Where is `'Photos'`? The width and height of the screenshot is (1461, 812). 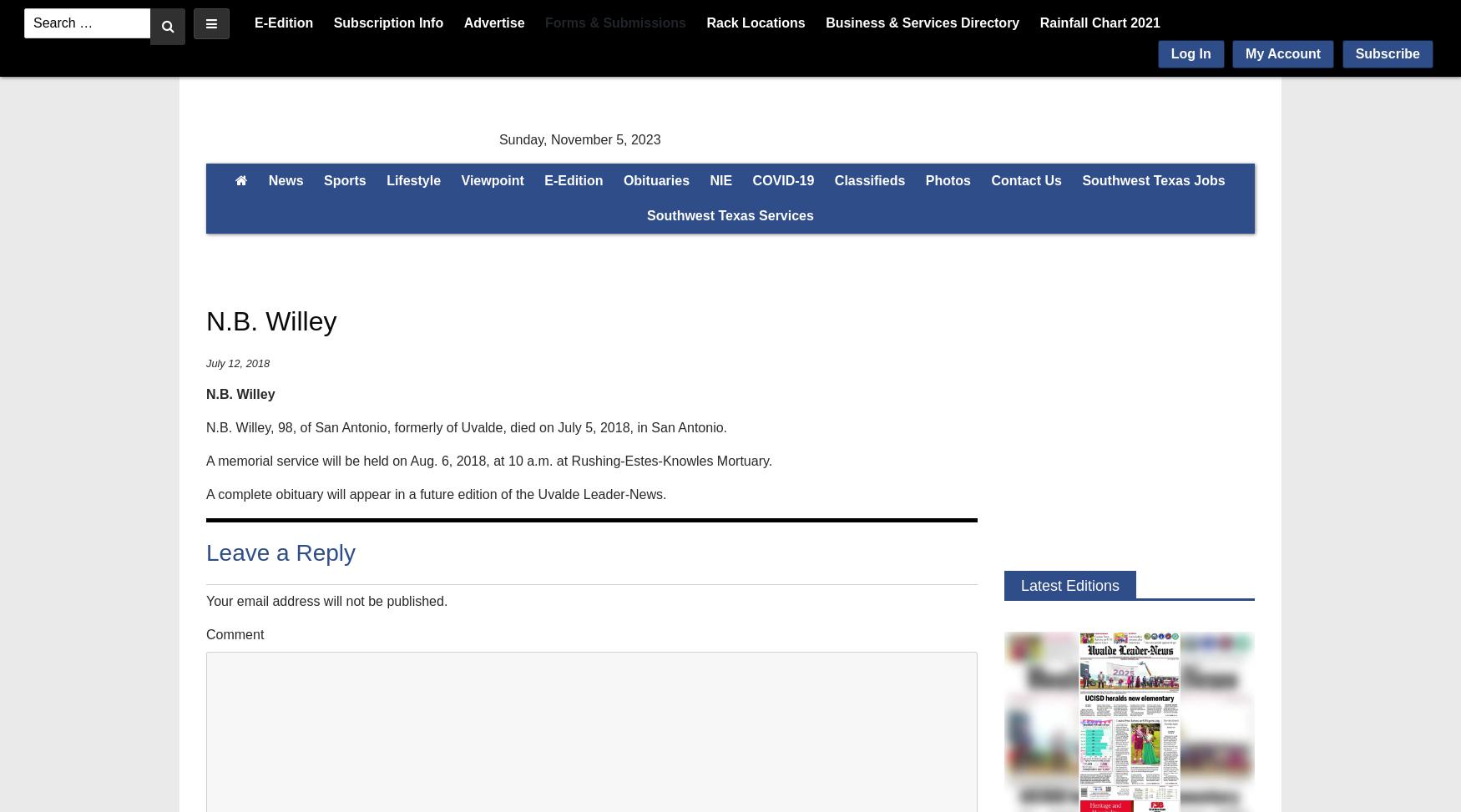
'Photos' is located at coordinates (947, 179).